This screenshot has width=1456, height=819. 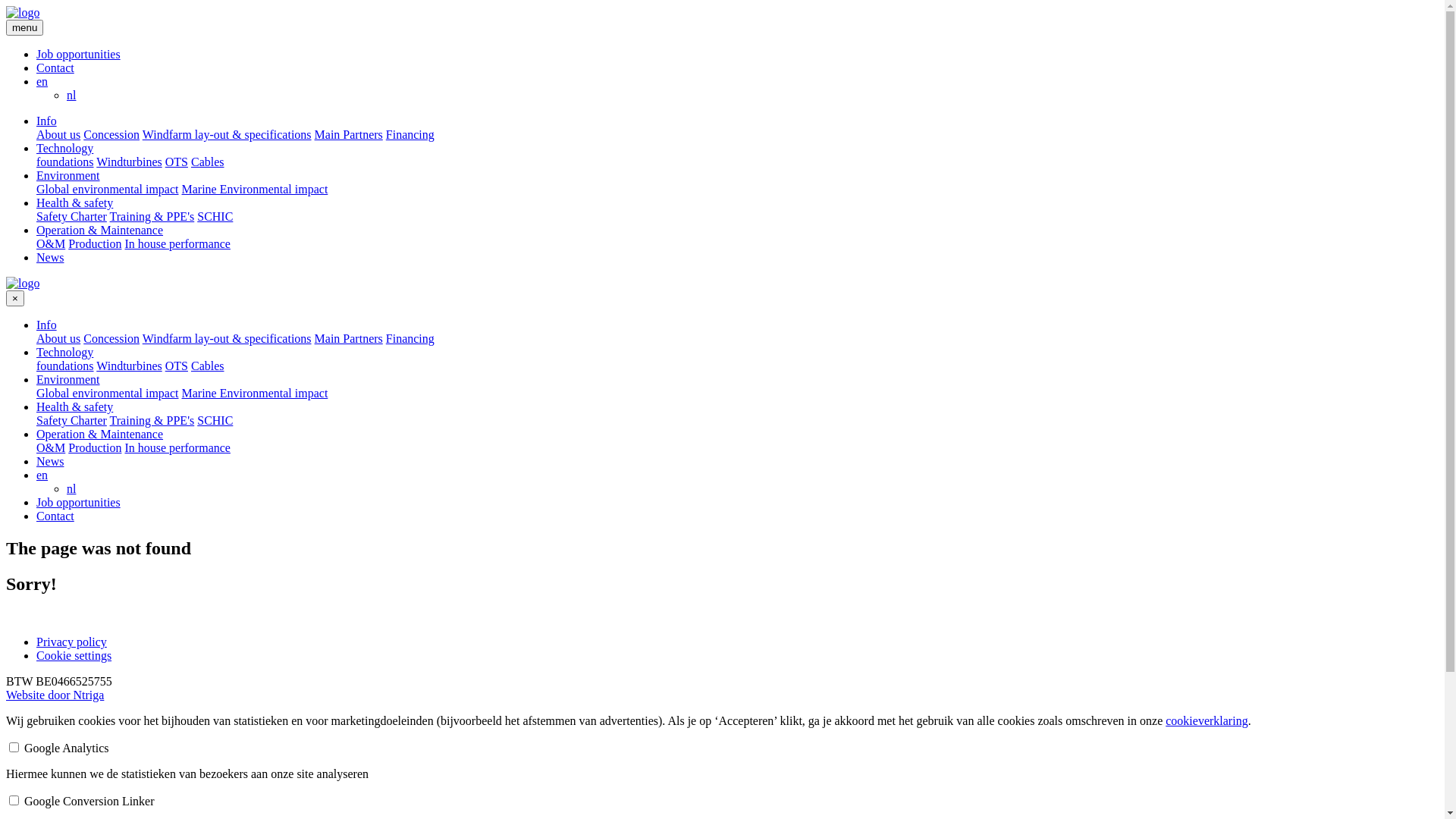 What do you see at coordinates (36, 188) in the screenshot?
I see `'Global environmental impact'` at bounding box center [36, 188].